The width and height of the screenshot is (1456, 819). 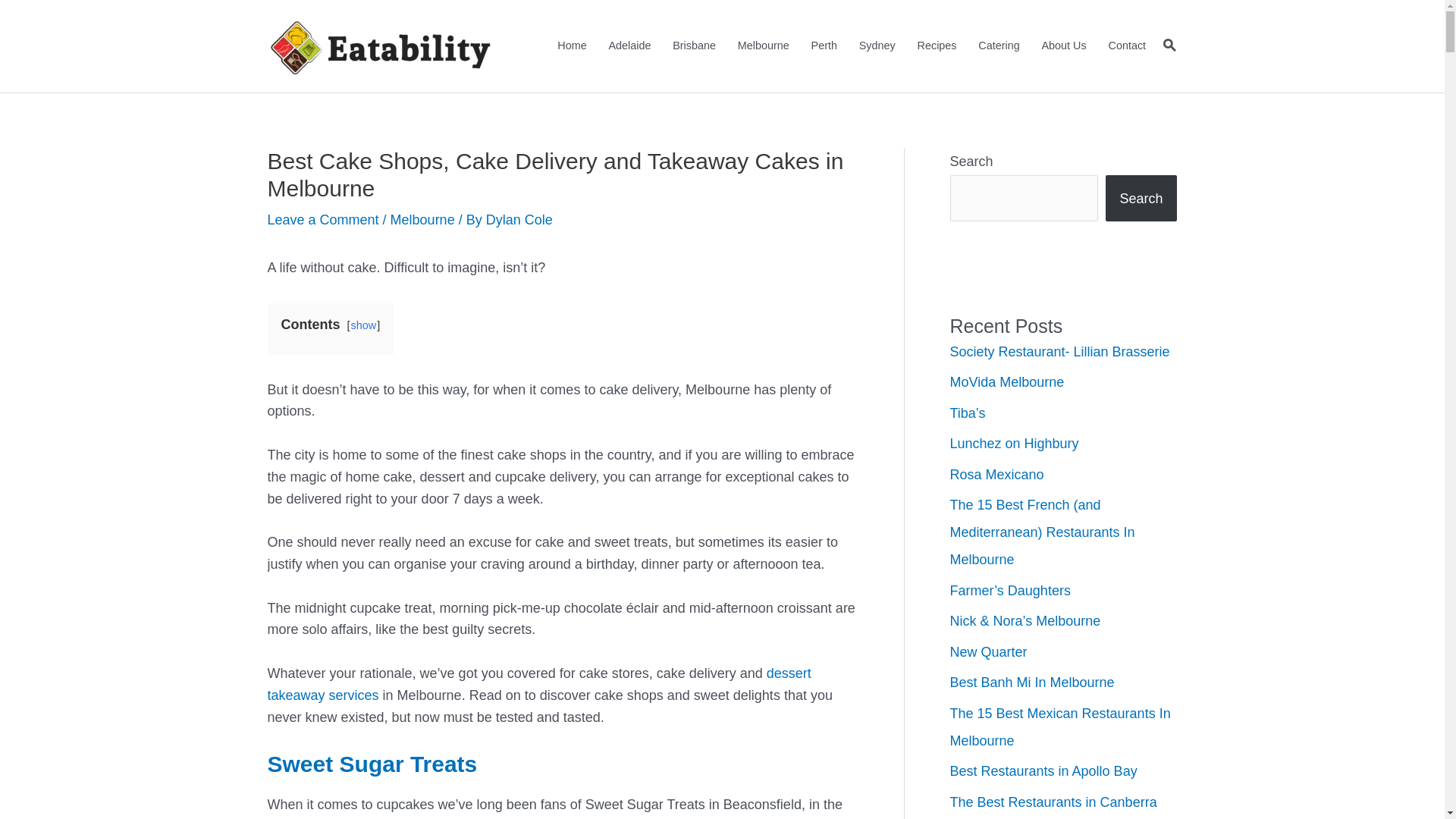 What do you see at coordinates (364, 324) in the screenshot?
I see `'show'` at bounding box center [364, 324].